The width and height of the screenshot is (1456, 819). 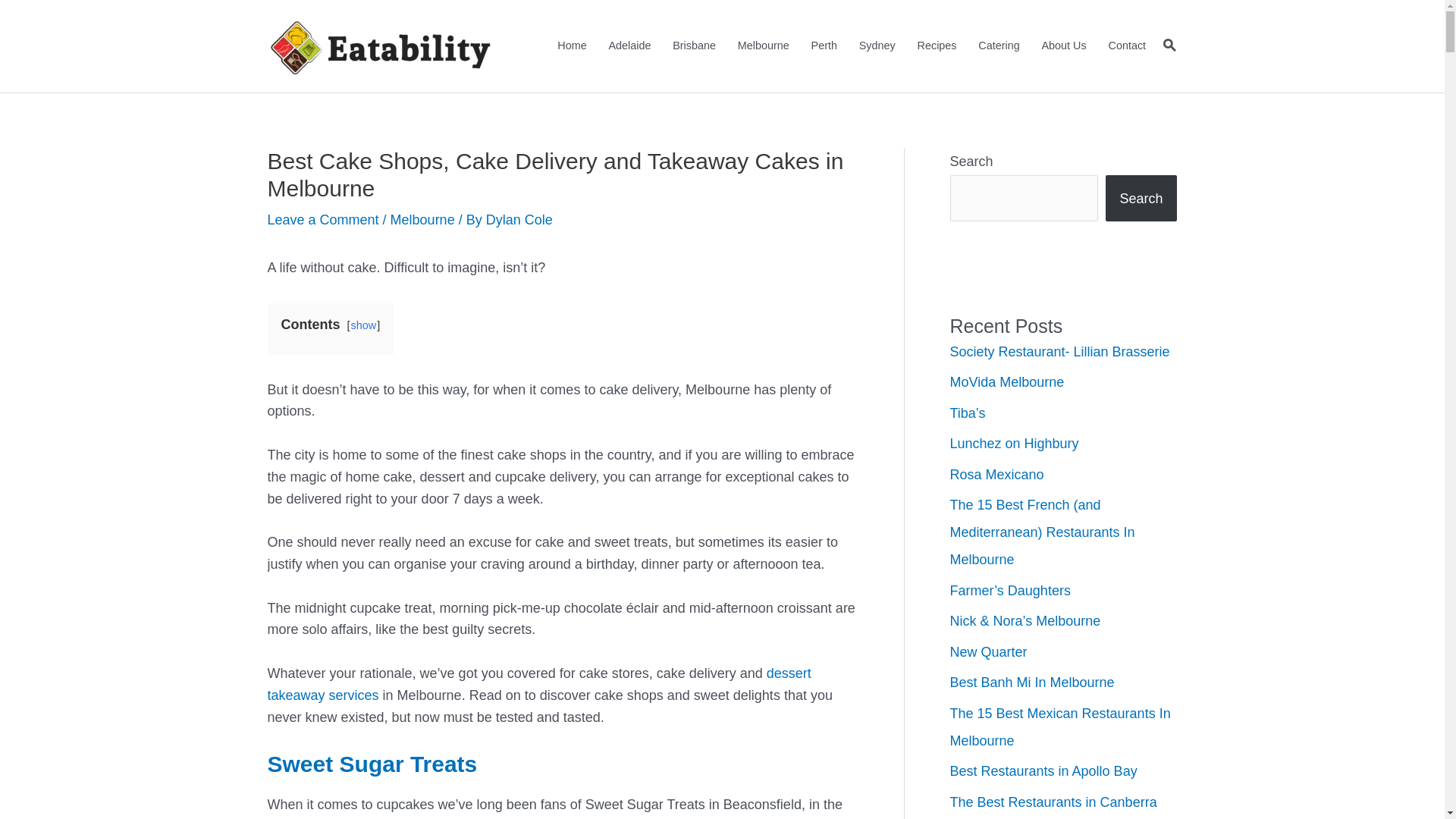 What do you see at coordinates (364, 324) in the screenshot?
I see `'show'` at bounding box center [364, 324].